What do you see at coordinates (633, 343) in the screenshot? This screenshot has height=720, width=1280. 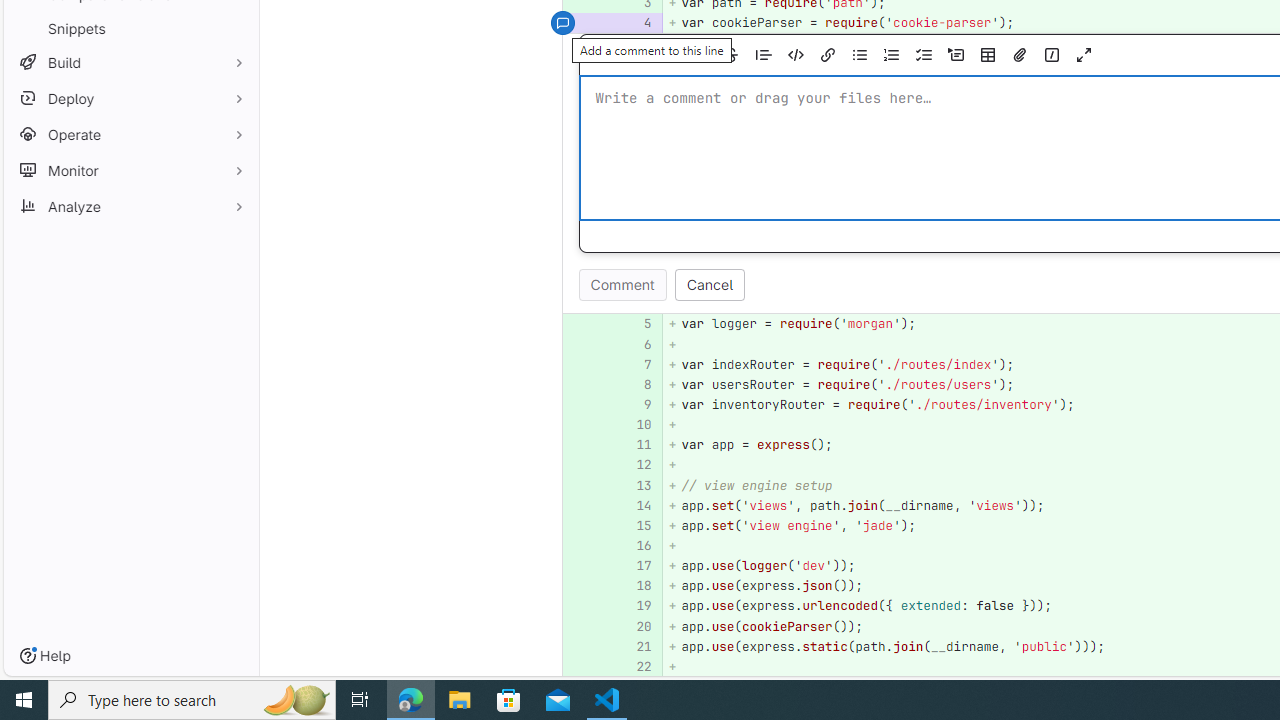 I see `'6'` at bounding box center [633, 343].